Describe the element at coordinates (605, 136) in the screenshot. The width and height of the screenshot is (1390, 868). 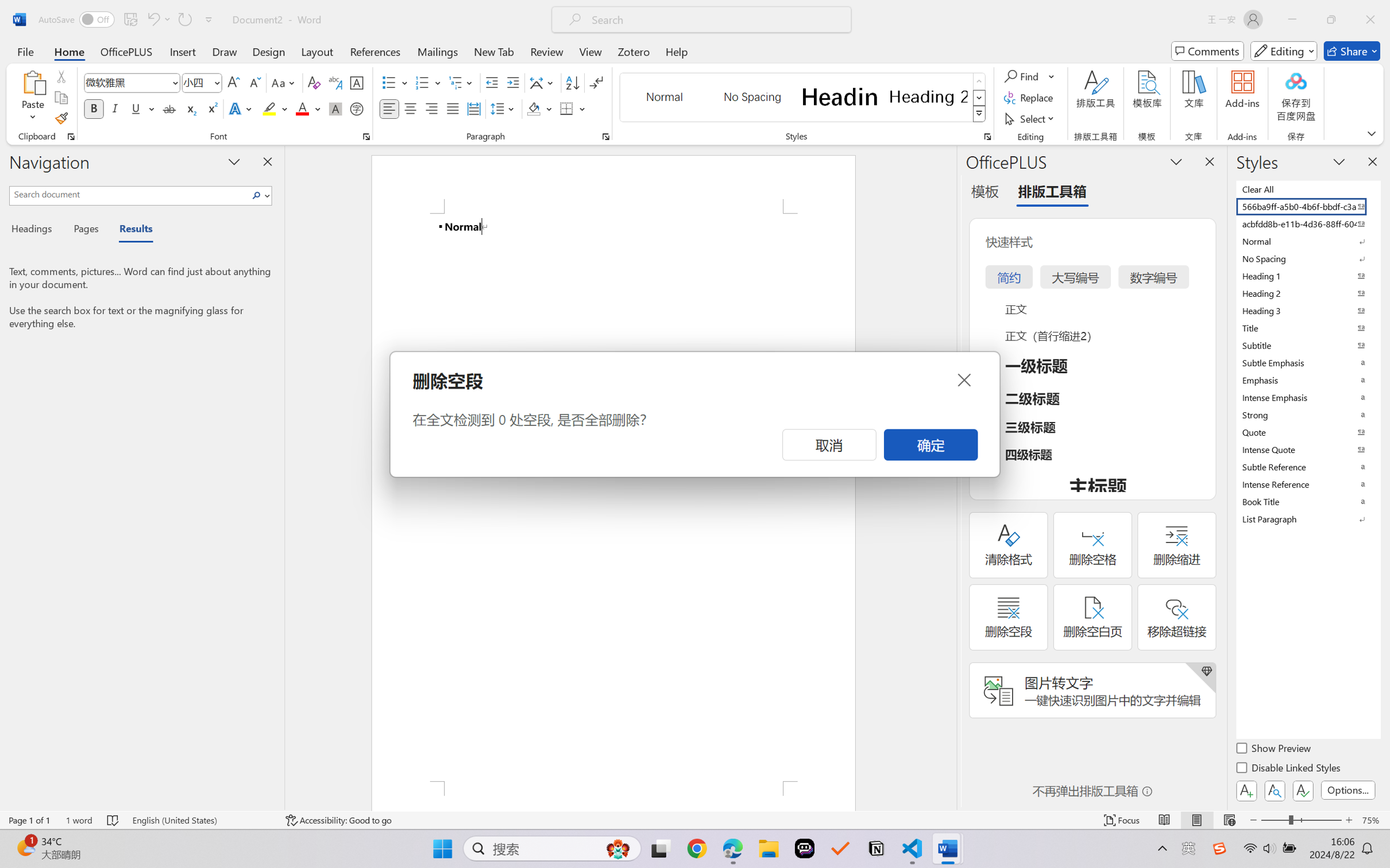
I see `'Paragraph...'` at that location.